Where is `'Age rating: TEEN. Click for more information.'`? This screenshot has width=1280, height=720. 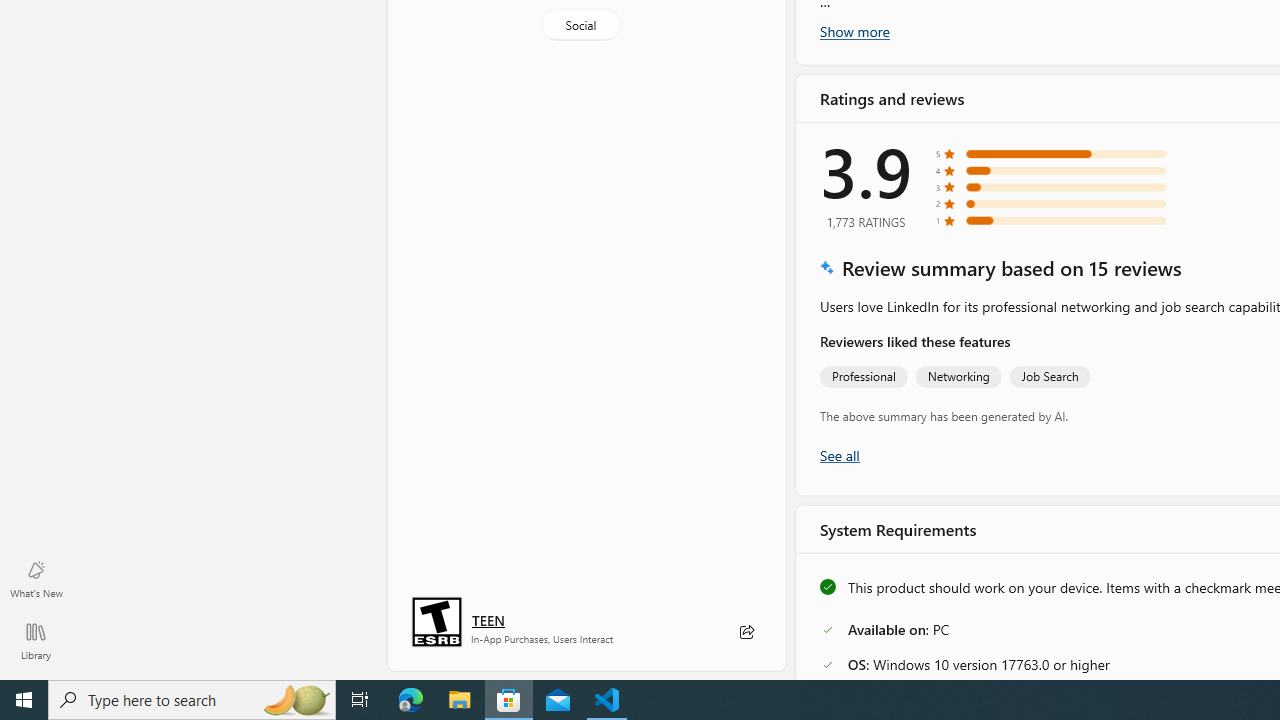
'Age rating: TEEN. Click for more information.' is located at coordinates (488, 618).